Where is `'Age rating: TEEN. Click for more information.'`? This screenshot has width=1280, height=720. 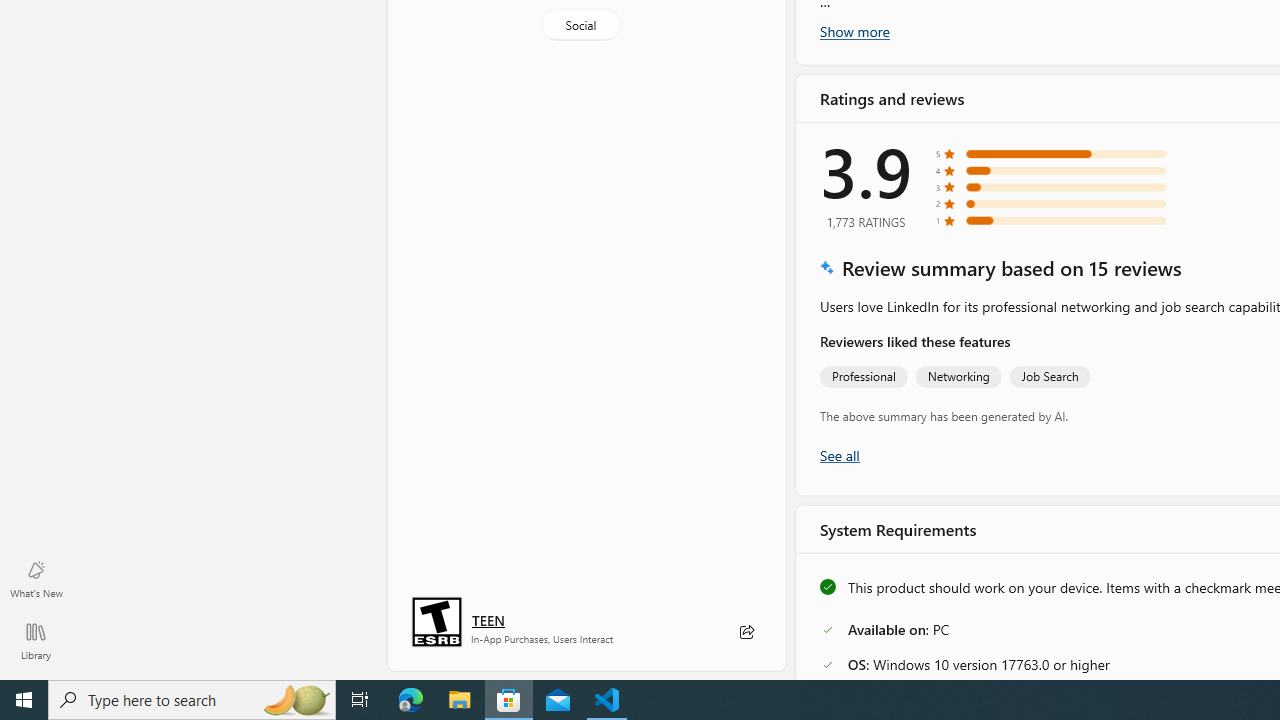
'Age rating: TEEN. Click for more information.' is located at coordinates (488, 618).